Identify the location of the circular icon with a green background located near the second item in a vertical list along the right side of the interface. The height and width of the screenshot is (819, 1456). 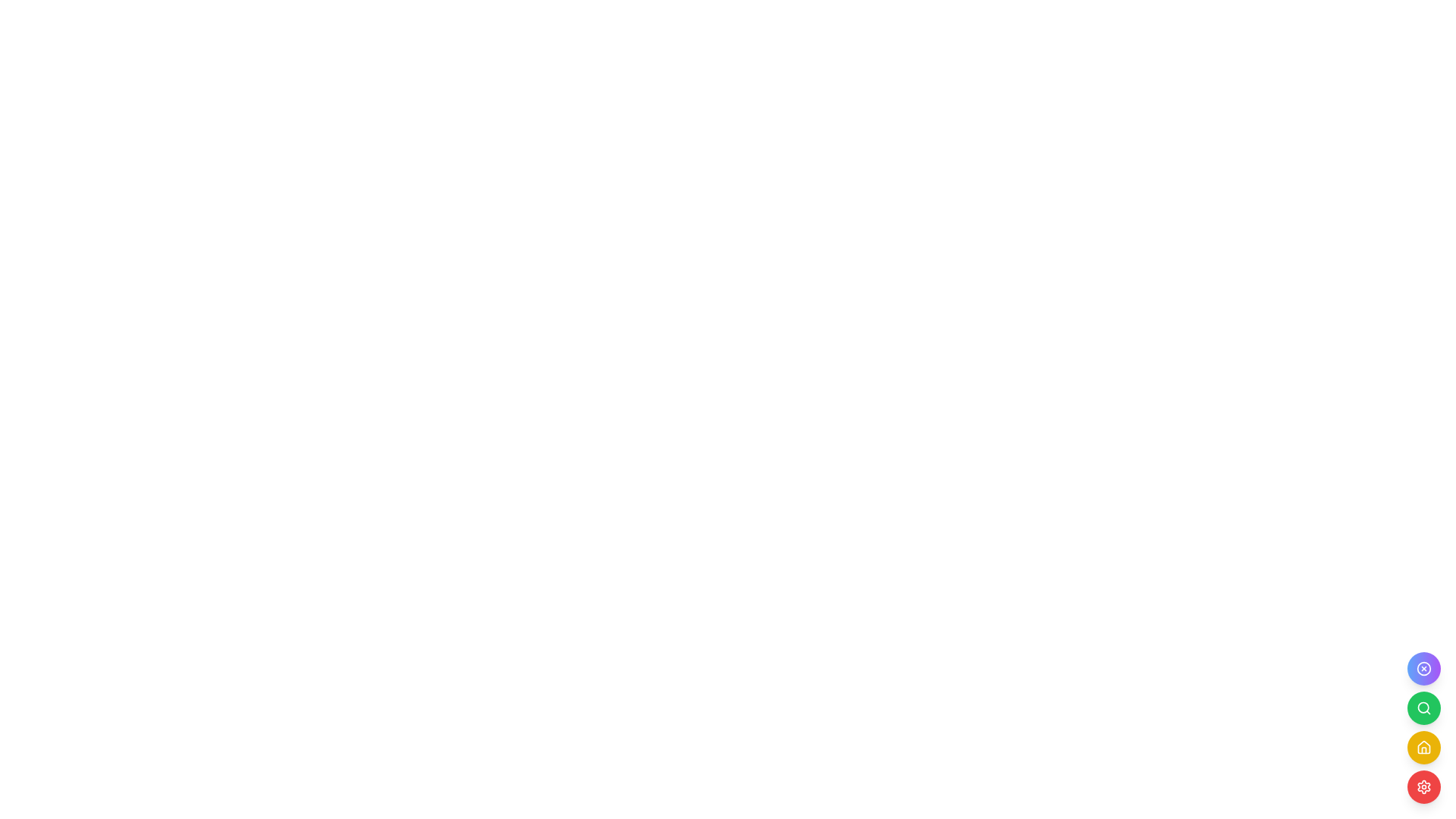
(1423, 708).